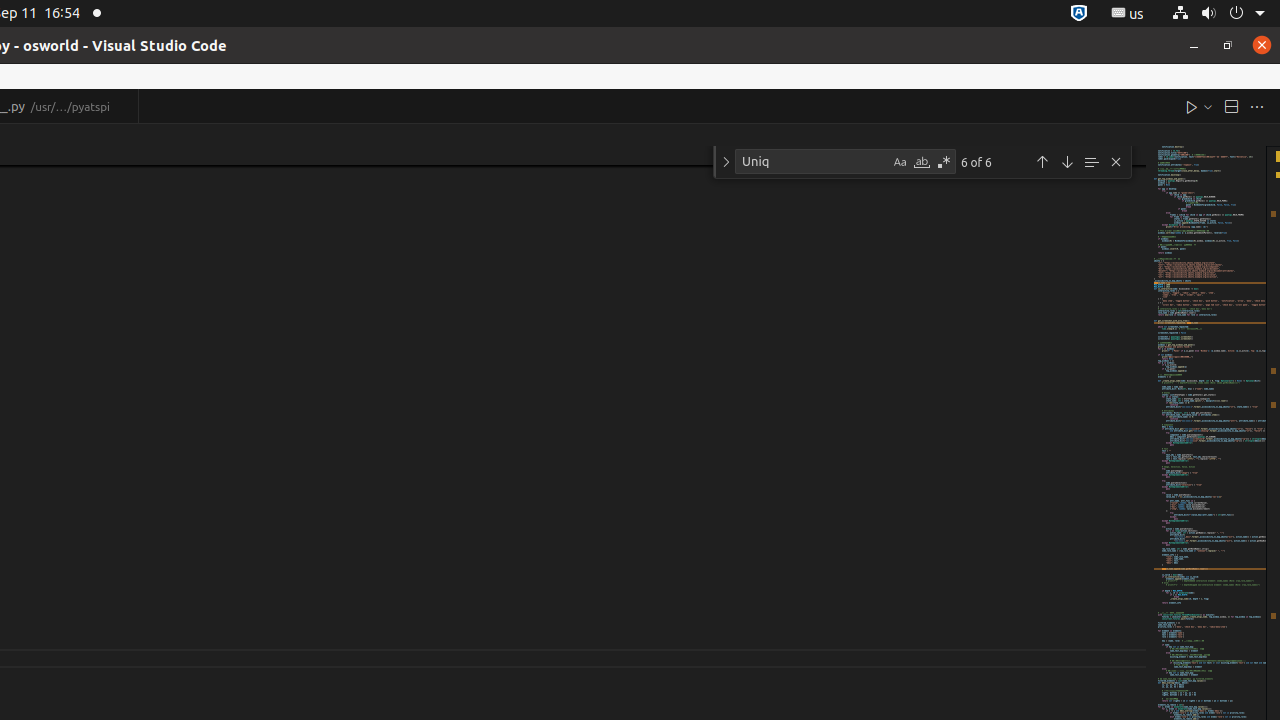  I want to click on 'More Actions...', so click(1255, 106).